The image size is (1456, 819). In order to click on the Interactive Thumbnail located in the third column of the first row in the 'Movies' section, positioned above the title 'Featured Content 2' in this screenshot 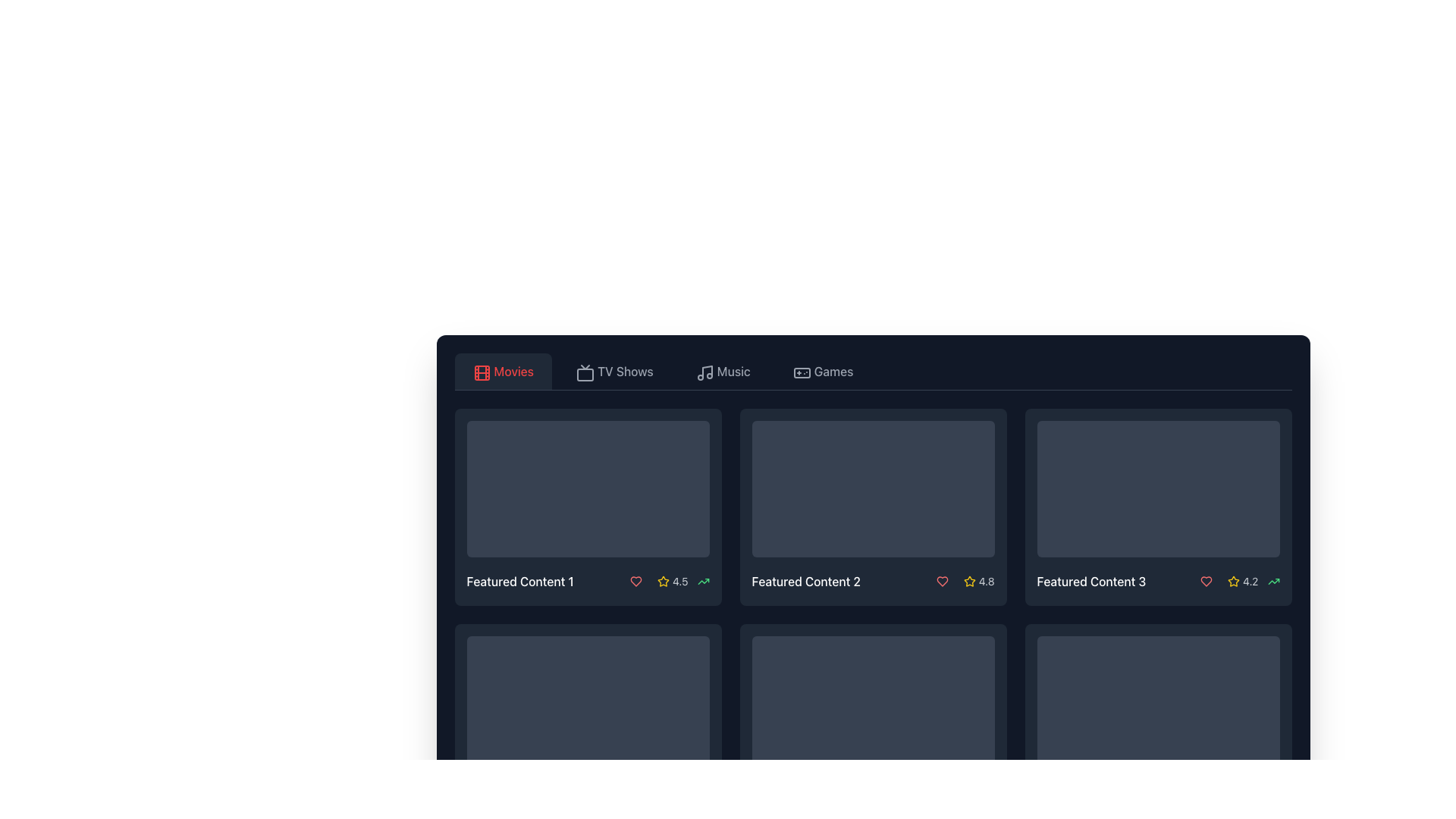, I will do `click(873, 488)`.